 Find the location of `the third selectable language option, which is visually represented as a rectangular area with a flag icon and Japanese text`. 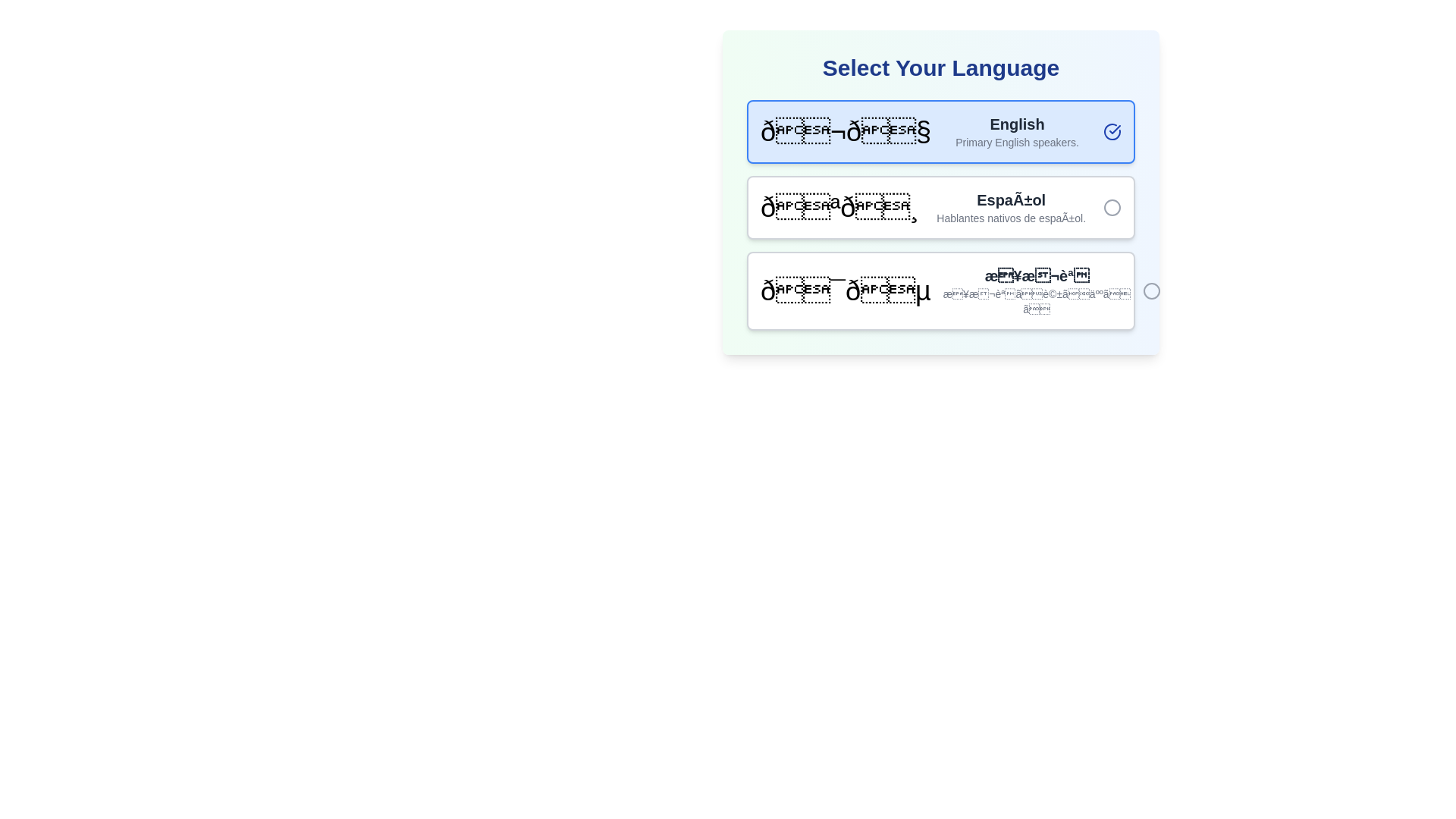

the third selectable language option, which is visually represented as a rectangular area with a flag icon and Japanese text is located at coordinates (940, 291).